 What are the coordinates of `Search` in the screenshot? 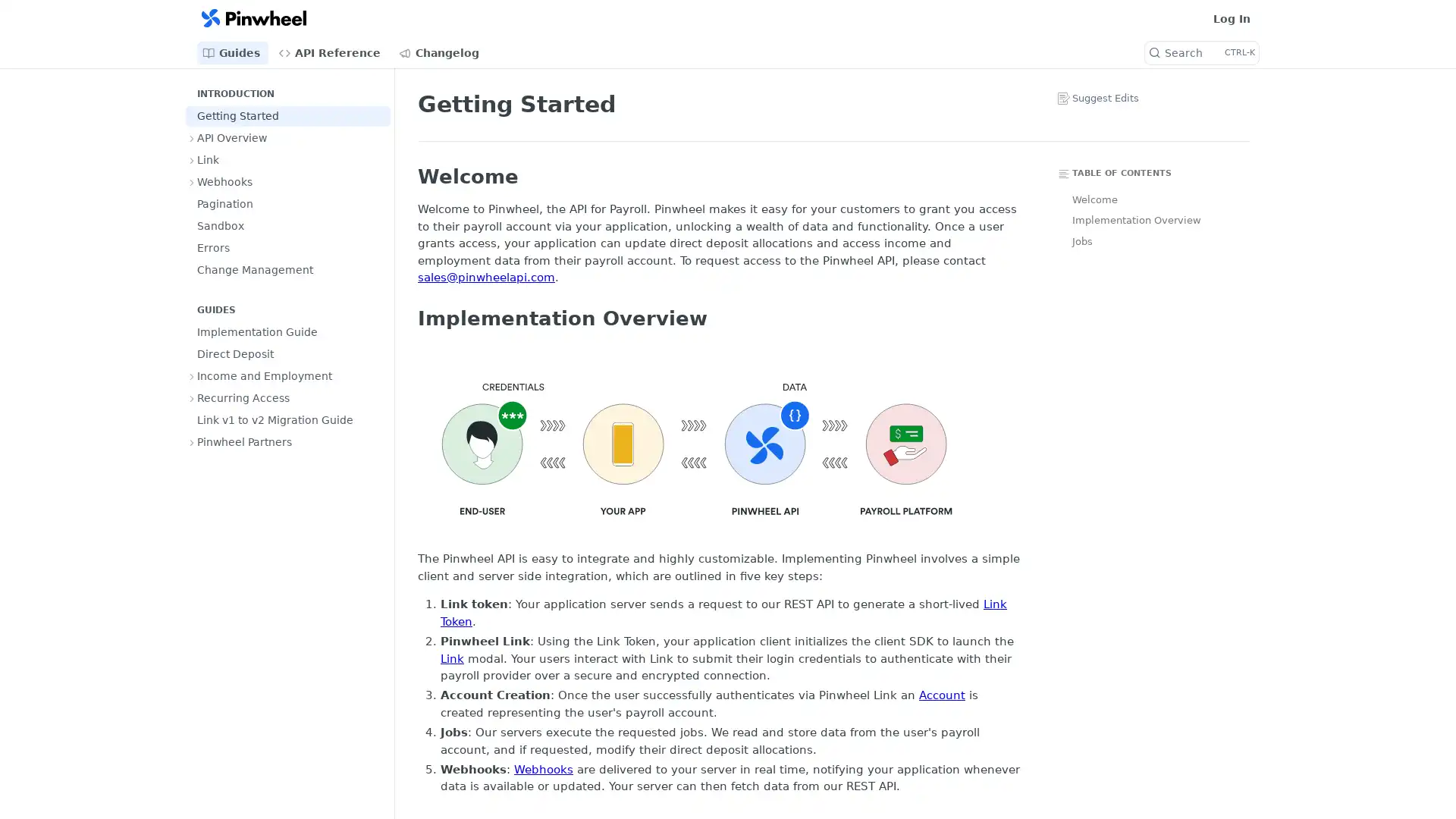 It's located at (1200, 52).